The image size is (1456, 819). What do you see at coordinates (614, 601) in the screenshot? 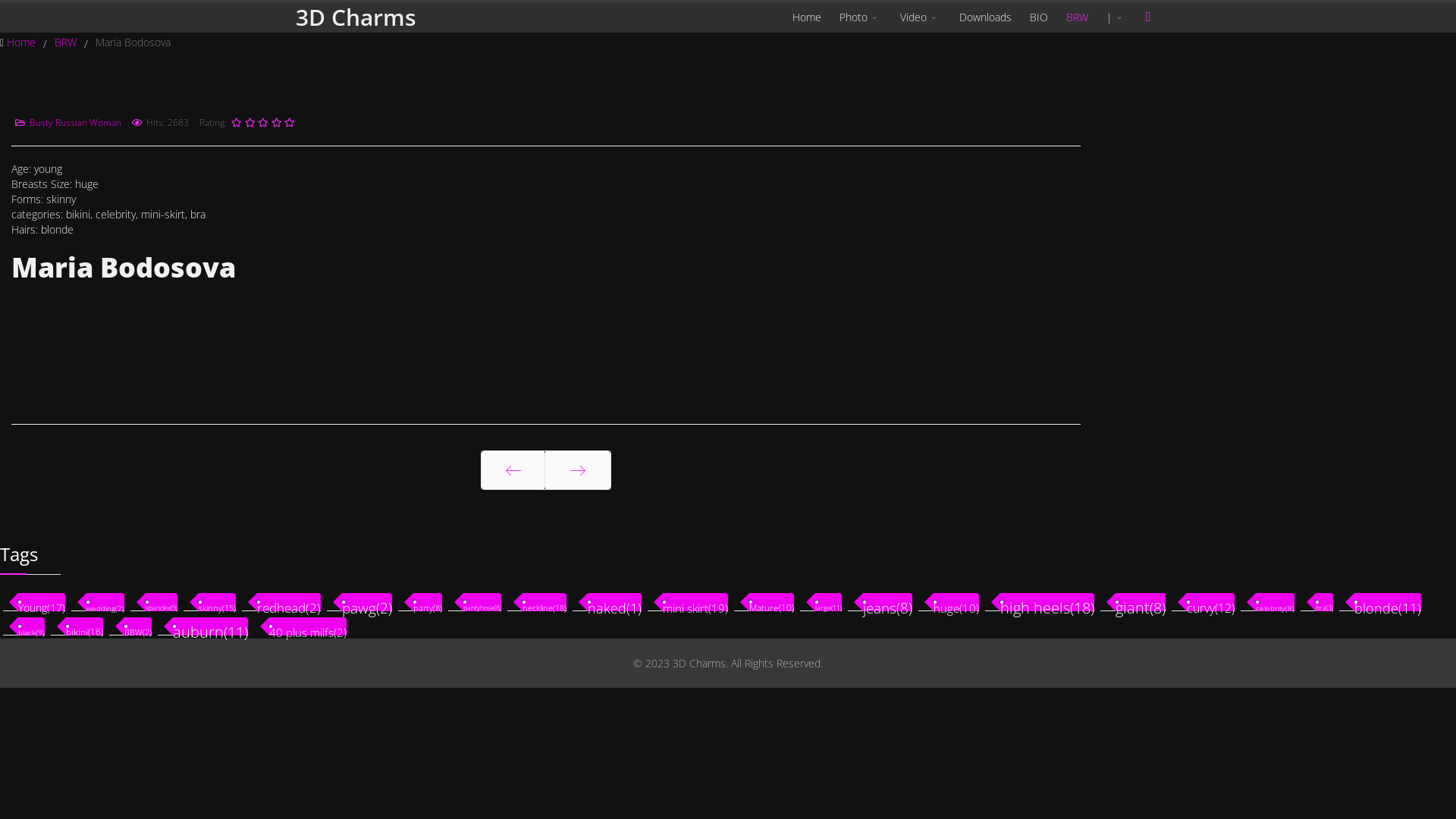
I see `'naked(1)'` at bounding box center [614, 601].